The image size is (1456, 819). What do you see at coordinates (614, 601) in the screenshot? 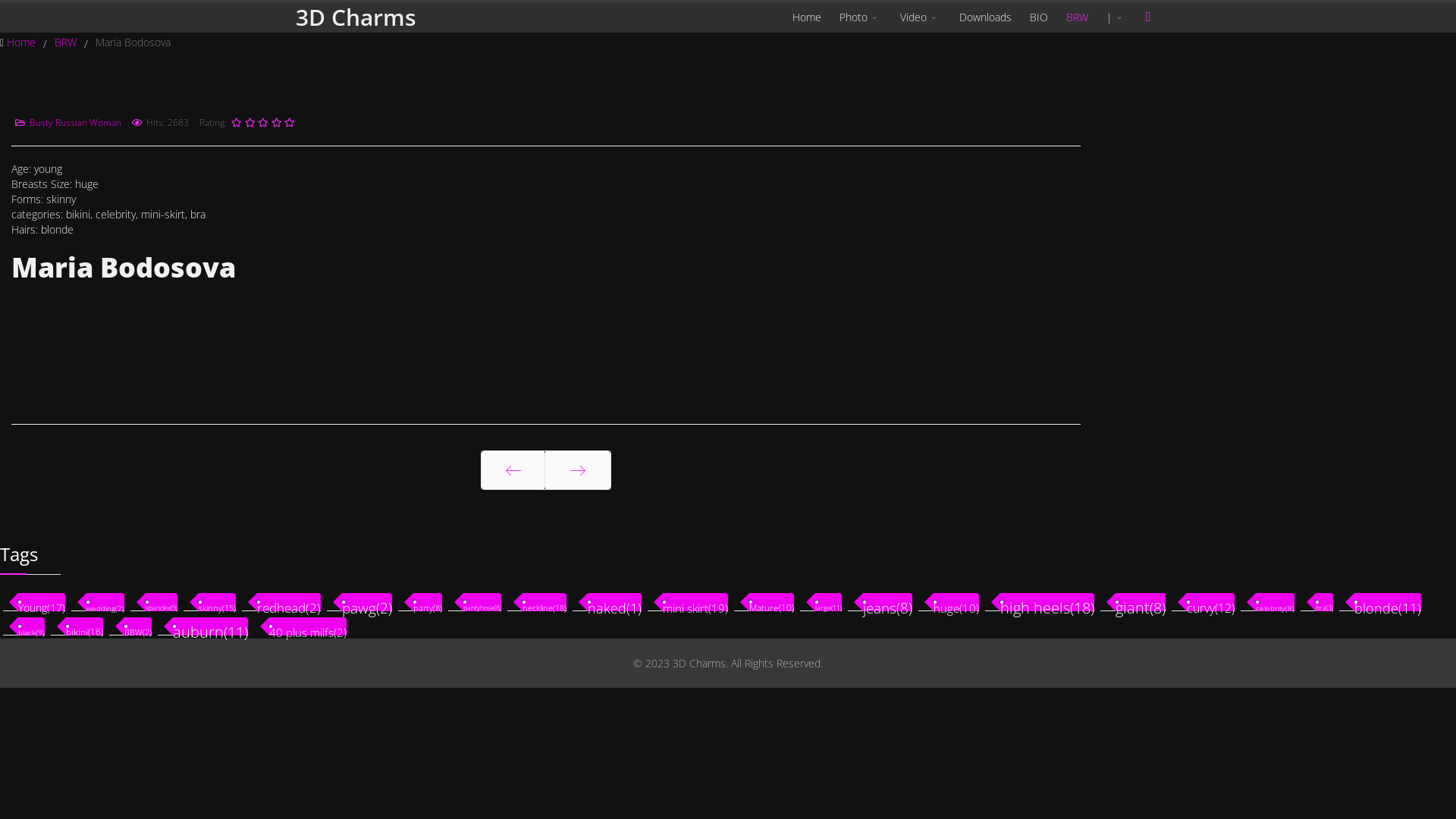
I see `'naked(1)'` at bounding box center [614, 601].